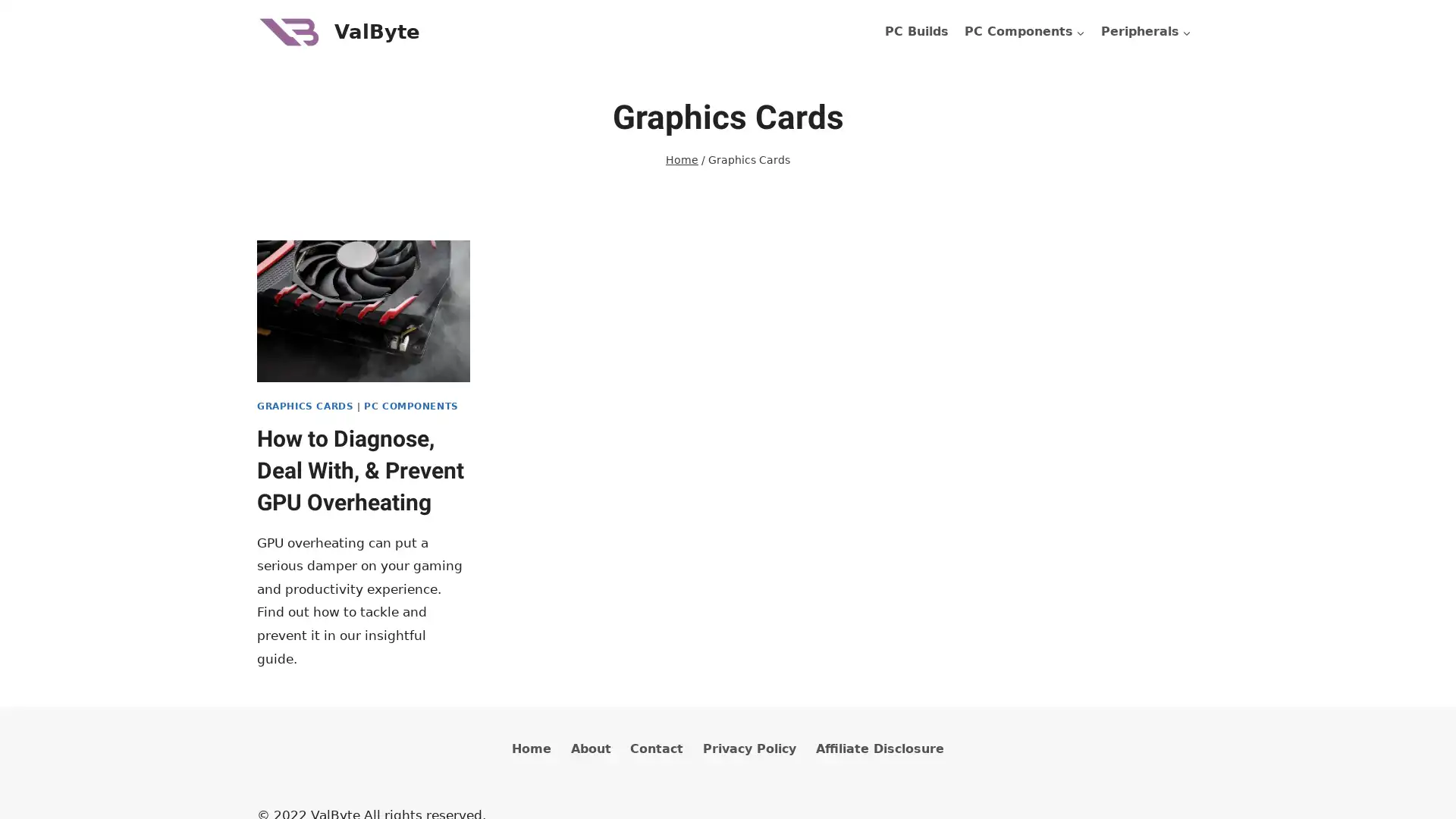  I want to click on Expand child menu, so click(1146, 32).